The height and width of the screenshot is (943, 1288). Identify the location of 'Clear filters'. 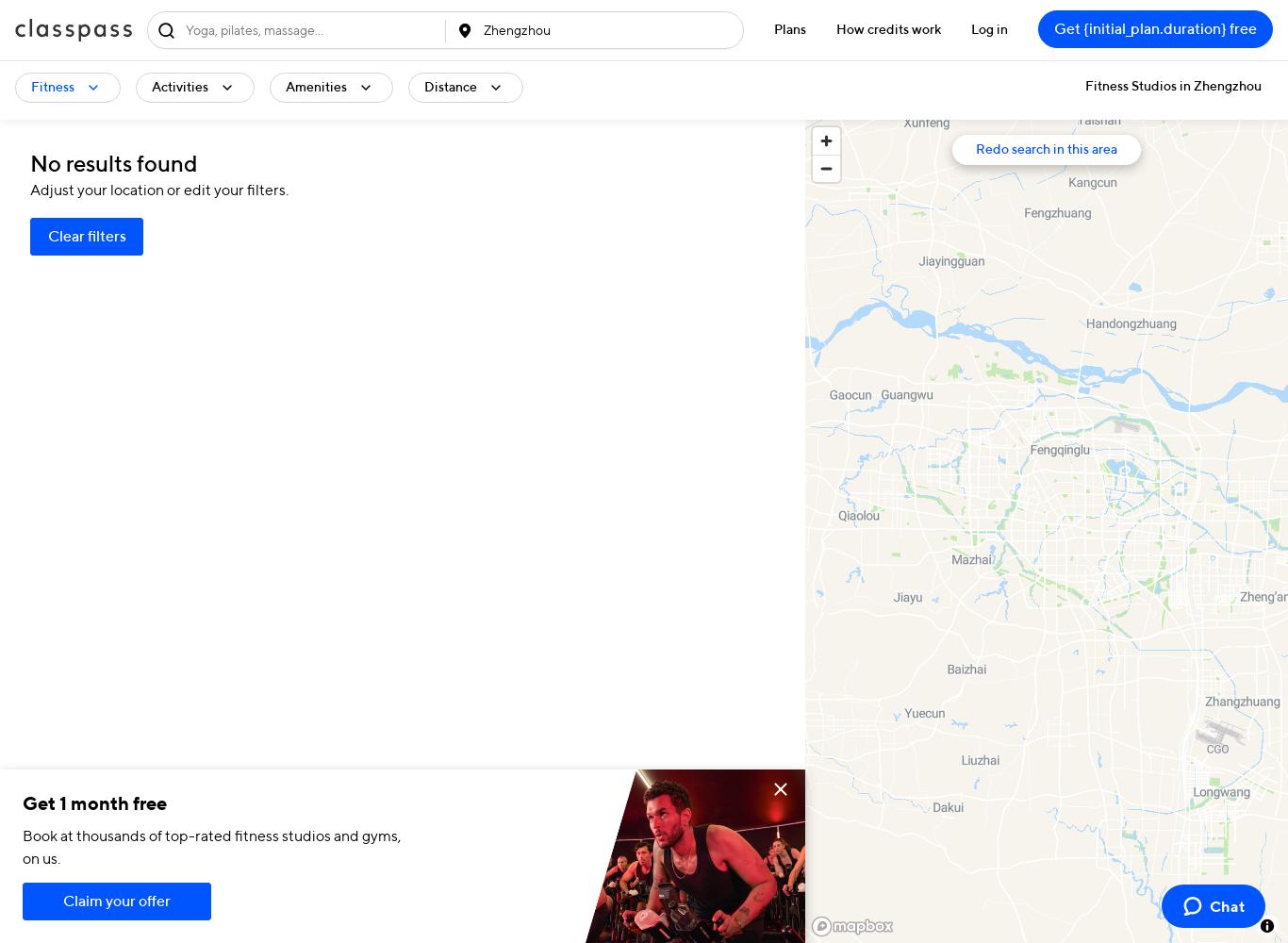
(86, 238).